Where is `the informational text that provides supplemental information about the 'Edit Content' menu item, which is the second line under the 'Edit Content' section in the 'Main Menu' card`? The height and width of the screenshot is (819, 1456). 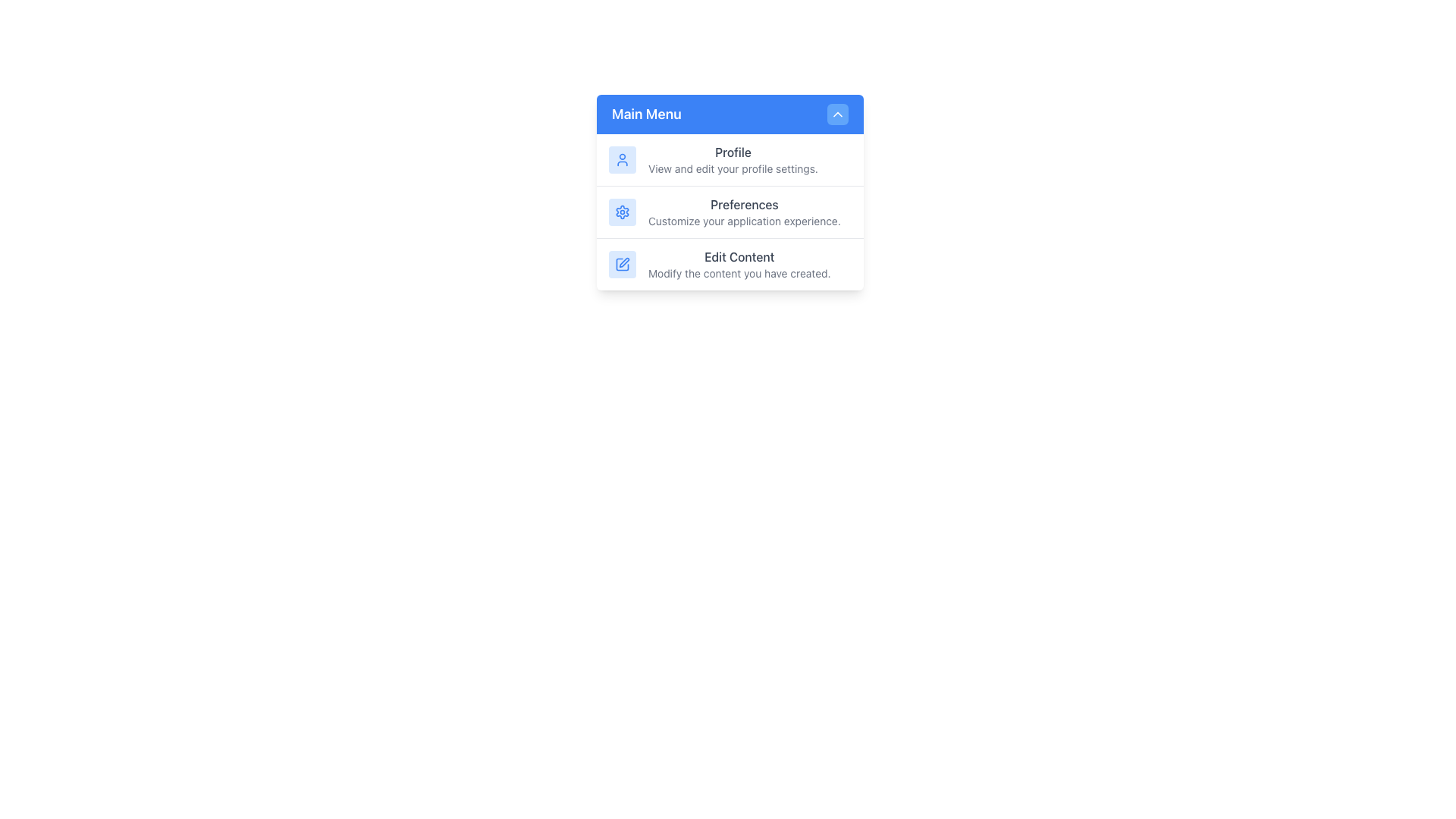 the informational text that provides supplemental information about the 'Edit Content' menu item, which is the second line under the 'Edit Content' section in the 'Main Menu' card is located at coordinates (739, 274).